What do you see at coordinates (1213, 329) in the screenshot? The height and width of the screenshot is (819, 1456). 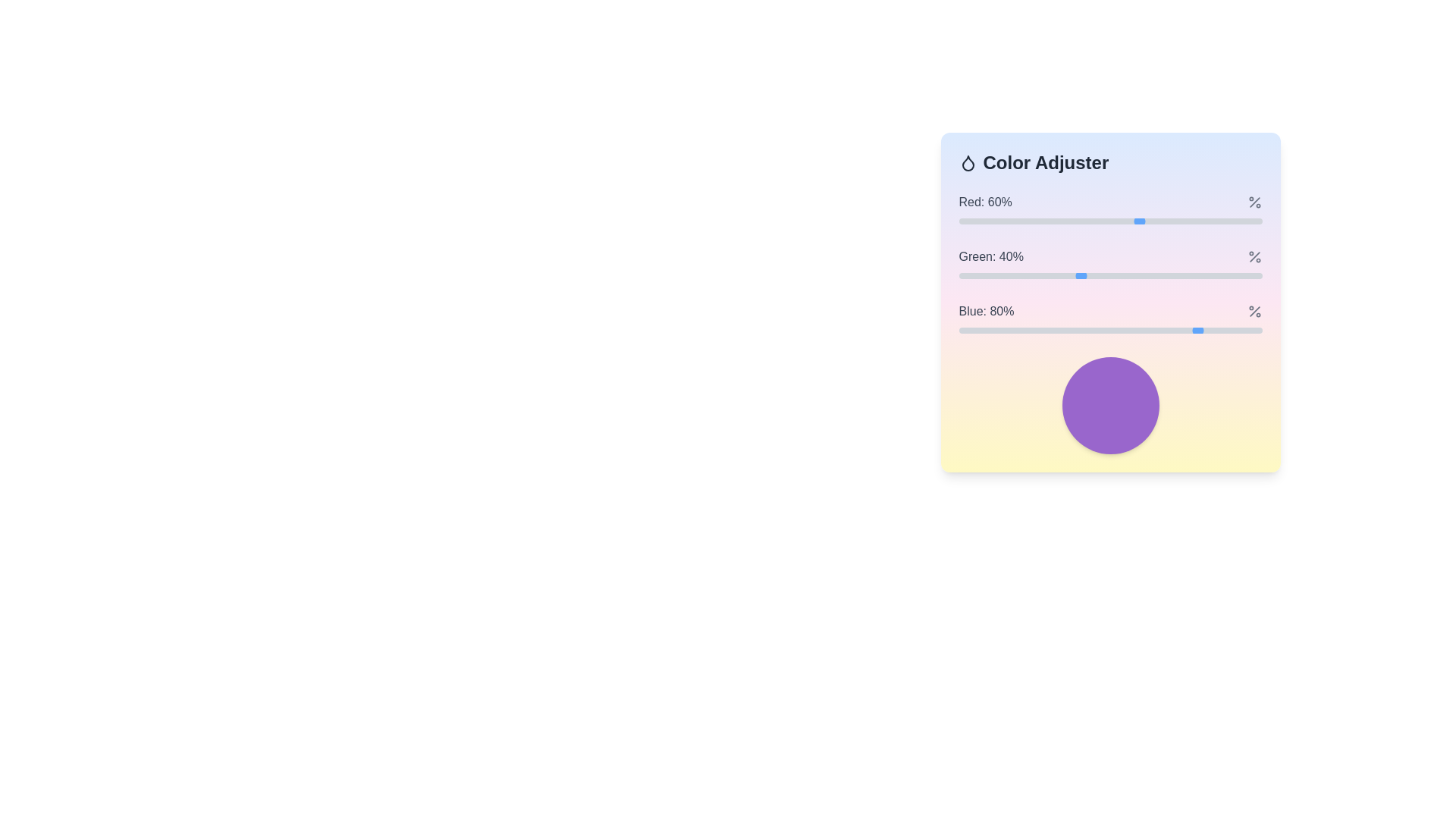 I see `the blue color slider to 84%` at bounding box center [1213, 329].